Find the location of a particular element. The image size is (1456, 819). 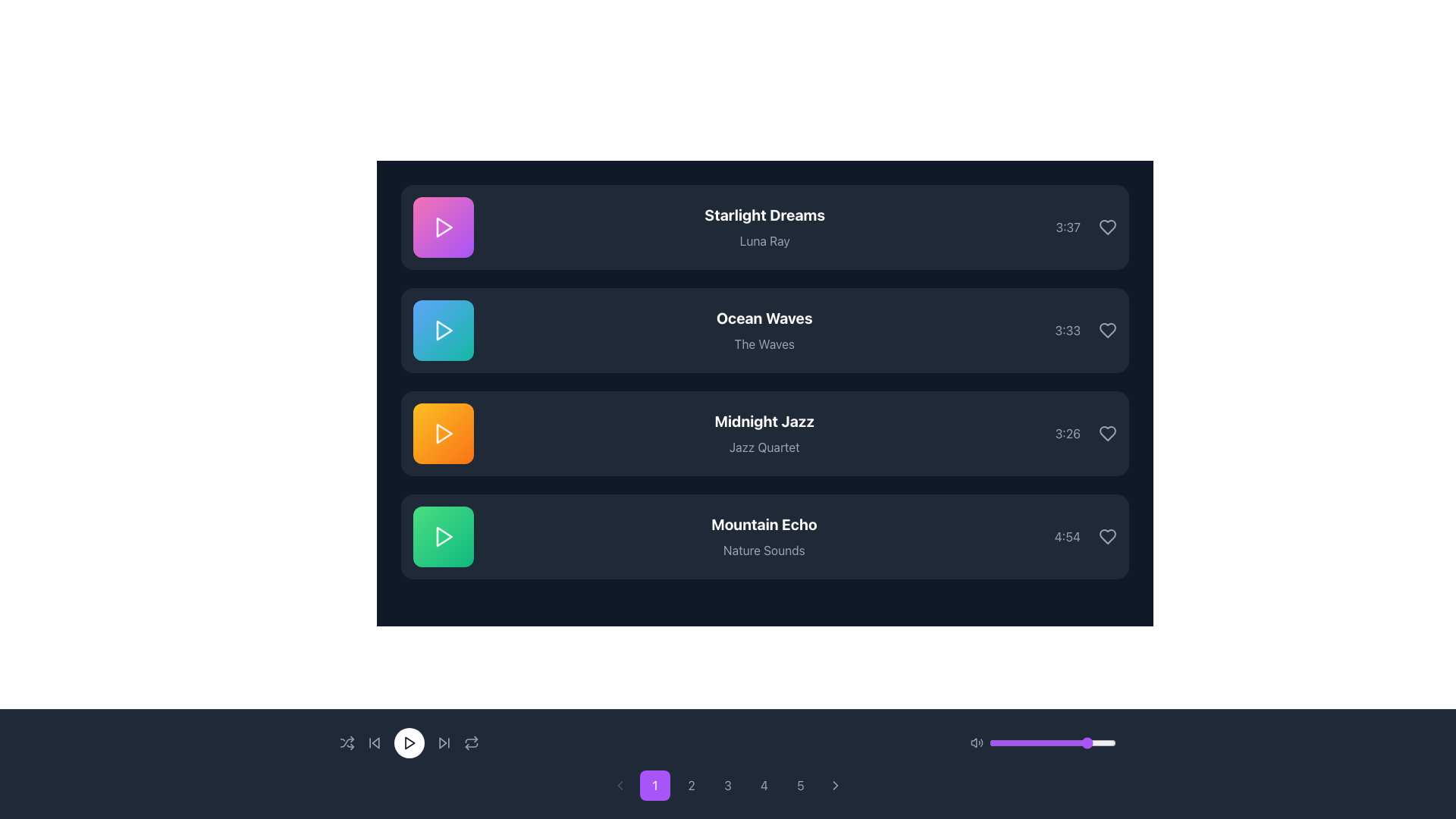

text element displaying secondary information below the main title 'Ocean Waves', which is part of the second track item in the list is located at coordinates (764, 344).